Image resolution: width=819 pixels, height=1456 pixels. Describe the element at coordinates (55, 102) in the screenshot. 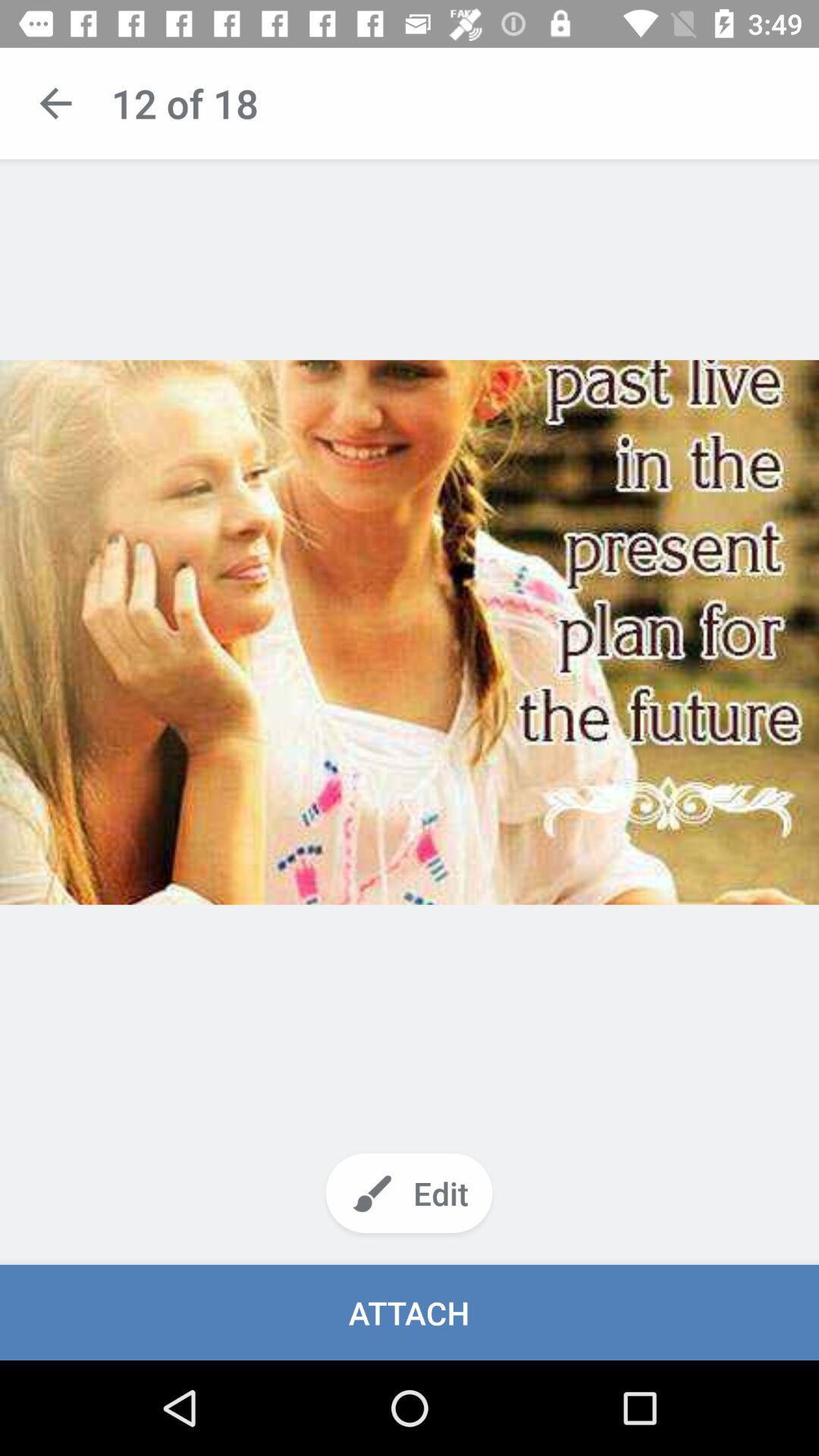

I see `icon at the top left corner` at that location.